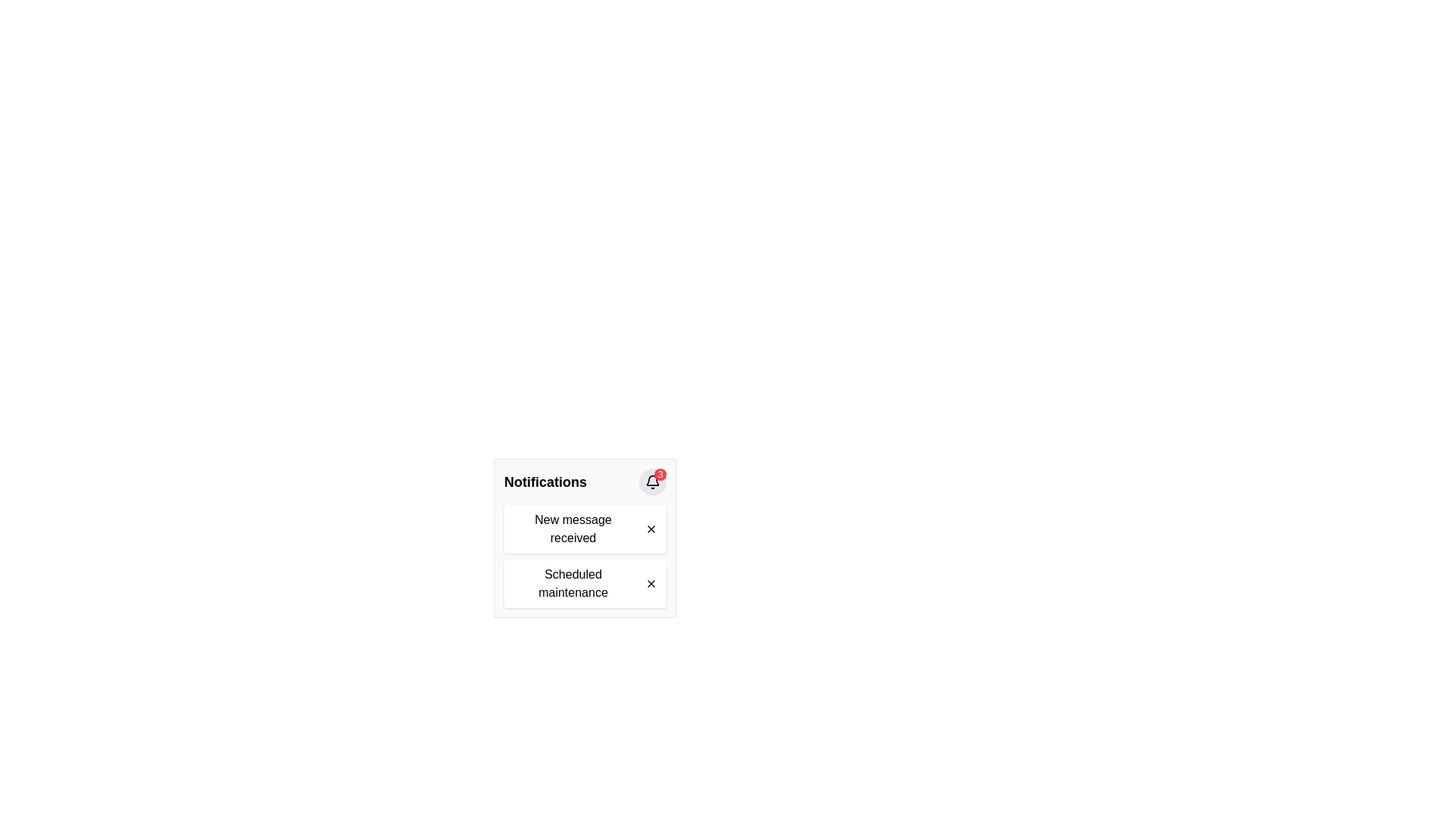 This screenshot has height=819, width=1456. I want to click on message displayed in the notification text label located centrally within the top notification card below the 'Notifications' header, so click(572, 529).